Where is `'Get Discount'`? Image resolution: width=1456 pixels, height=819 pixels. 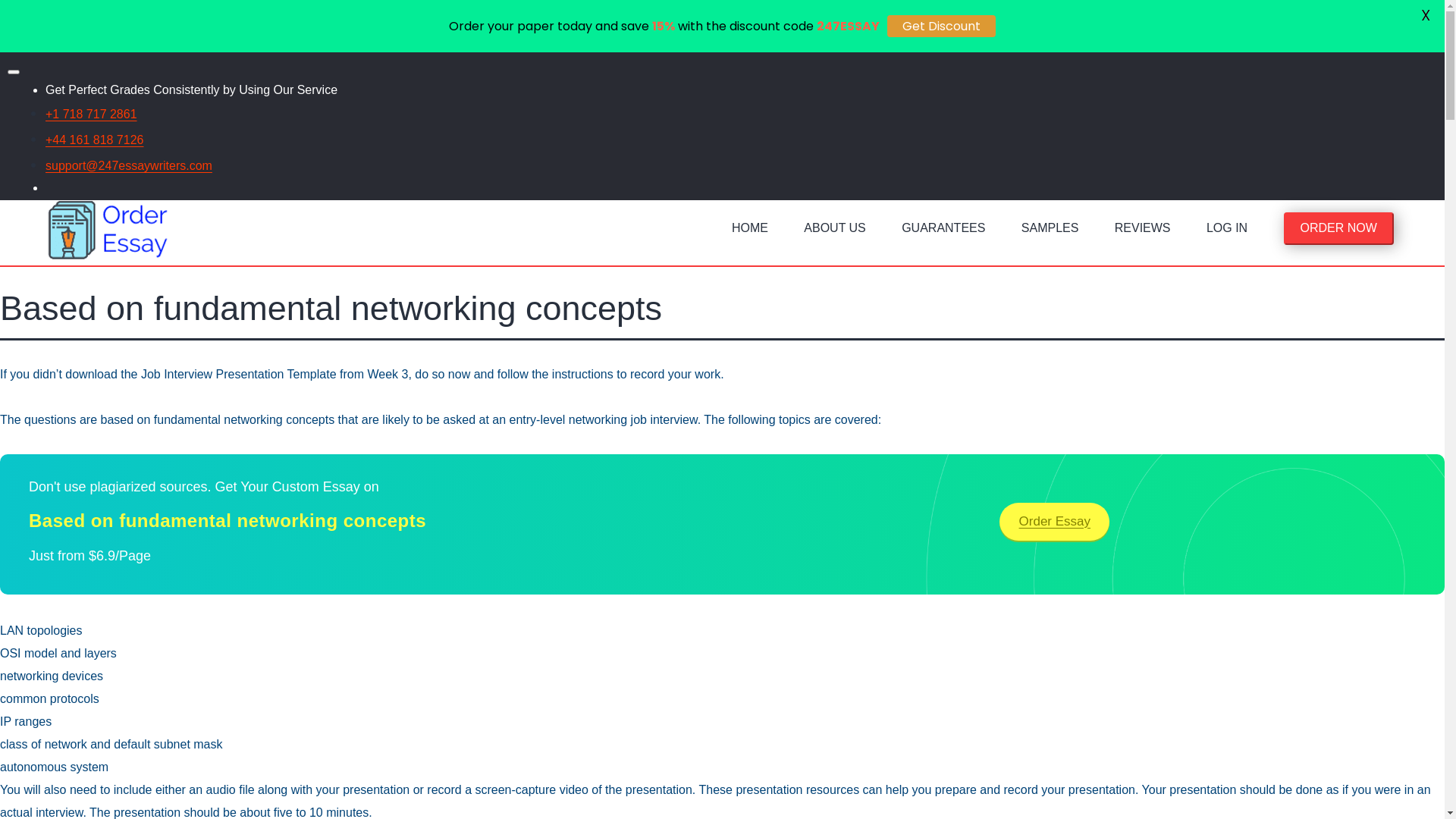
'Get Discount' is located at coordinates (940, 26).